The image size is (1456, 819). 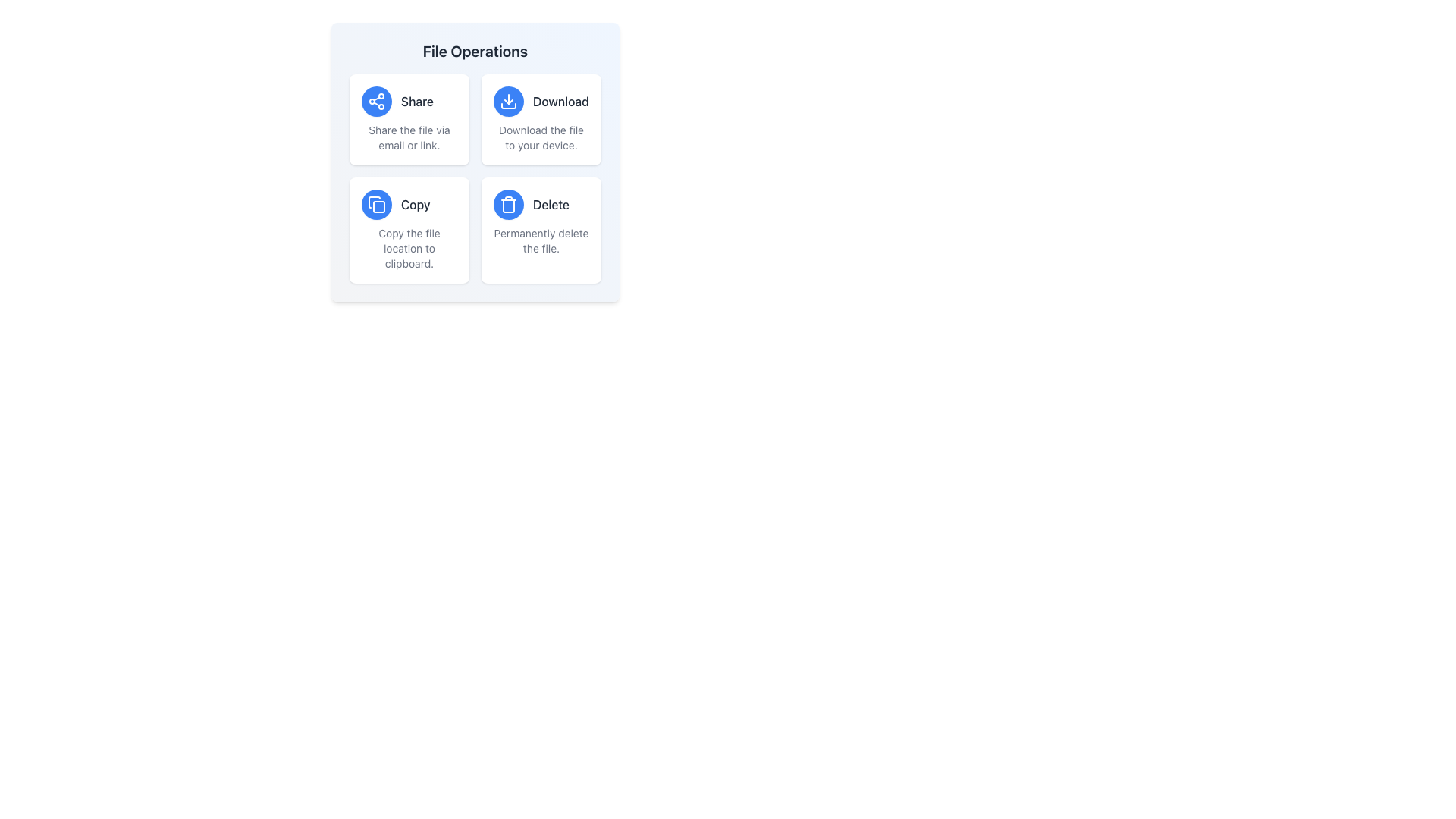 What do you see at coordinates (409, 102) in the screenshot?
I see `the 'Share' button located in the top-left cell of the 2x2 grid under the header 'File Operations' to initiate the share functionality` at bounding box center [409, 102].